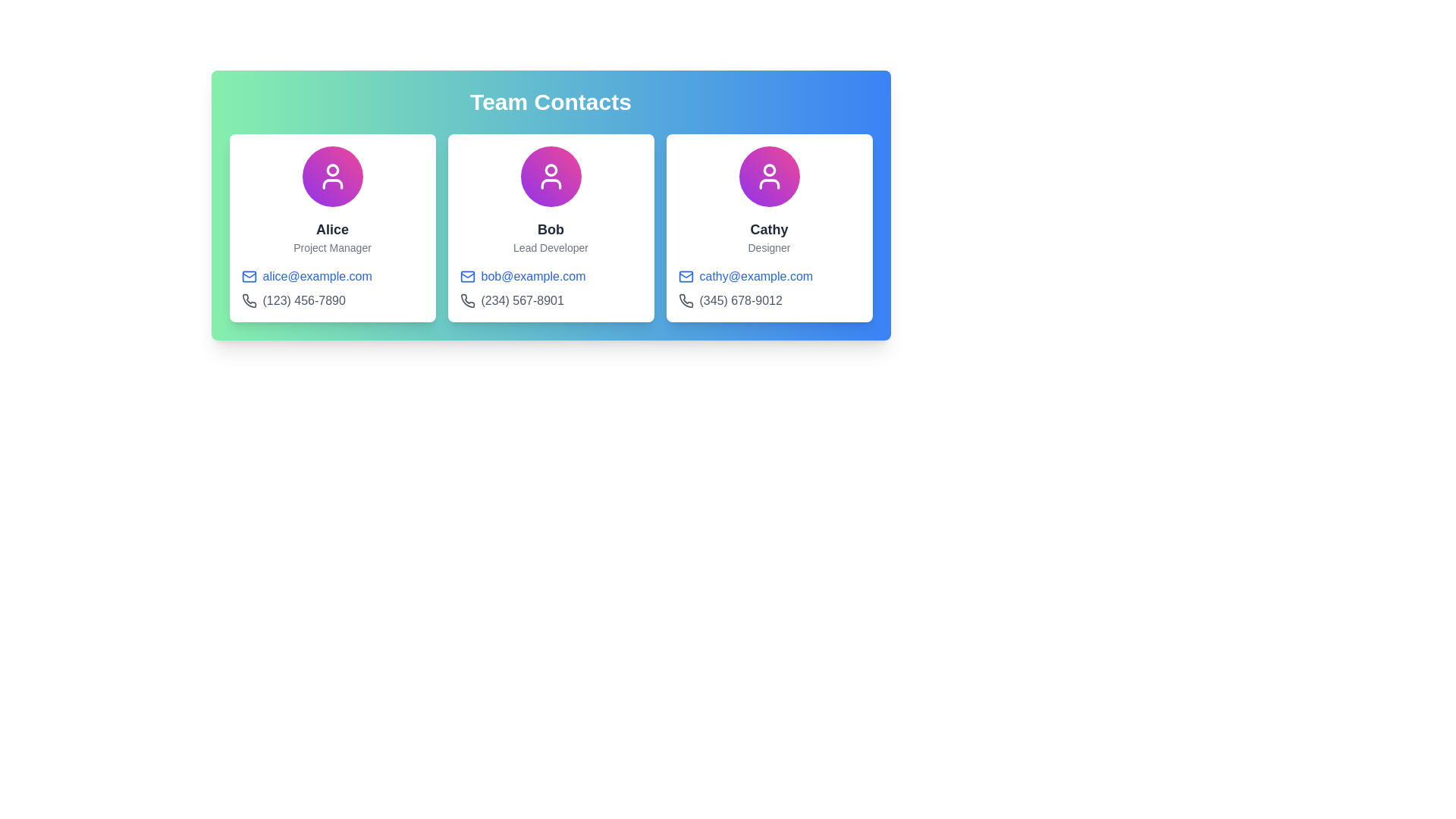 This screenshot has height=819, width=1456. I want to click on the email icon located at the top-left corner of the email address 'cathy@example.com' in the third card of the 'Team Contacts' section, so click(685, 277).